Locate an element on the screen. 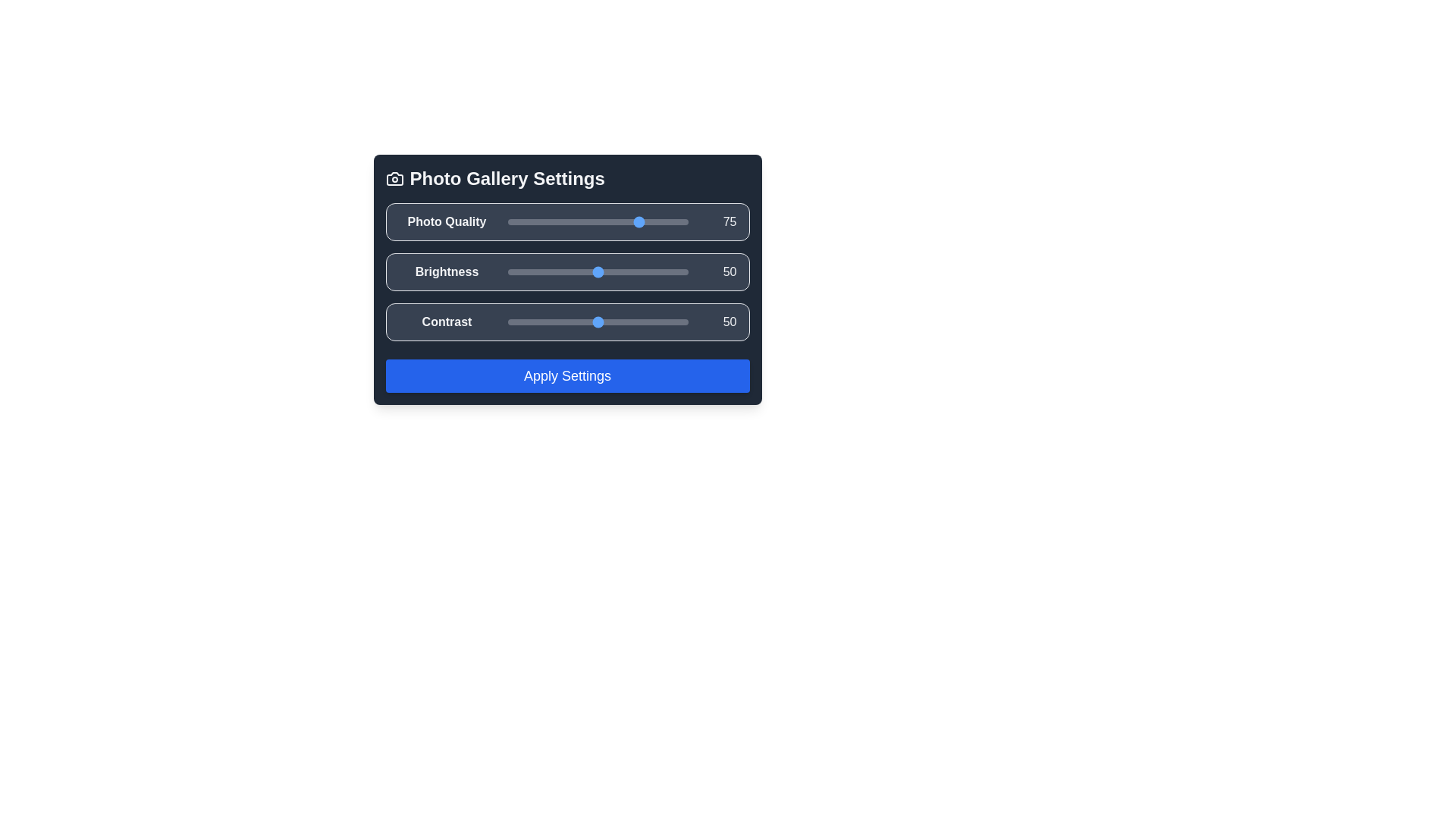 The image size is (1456, 819). the contrast is located at coordinates (529, 321).